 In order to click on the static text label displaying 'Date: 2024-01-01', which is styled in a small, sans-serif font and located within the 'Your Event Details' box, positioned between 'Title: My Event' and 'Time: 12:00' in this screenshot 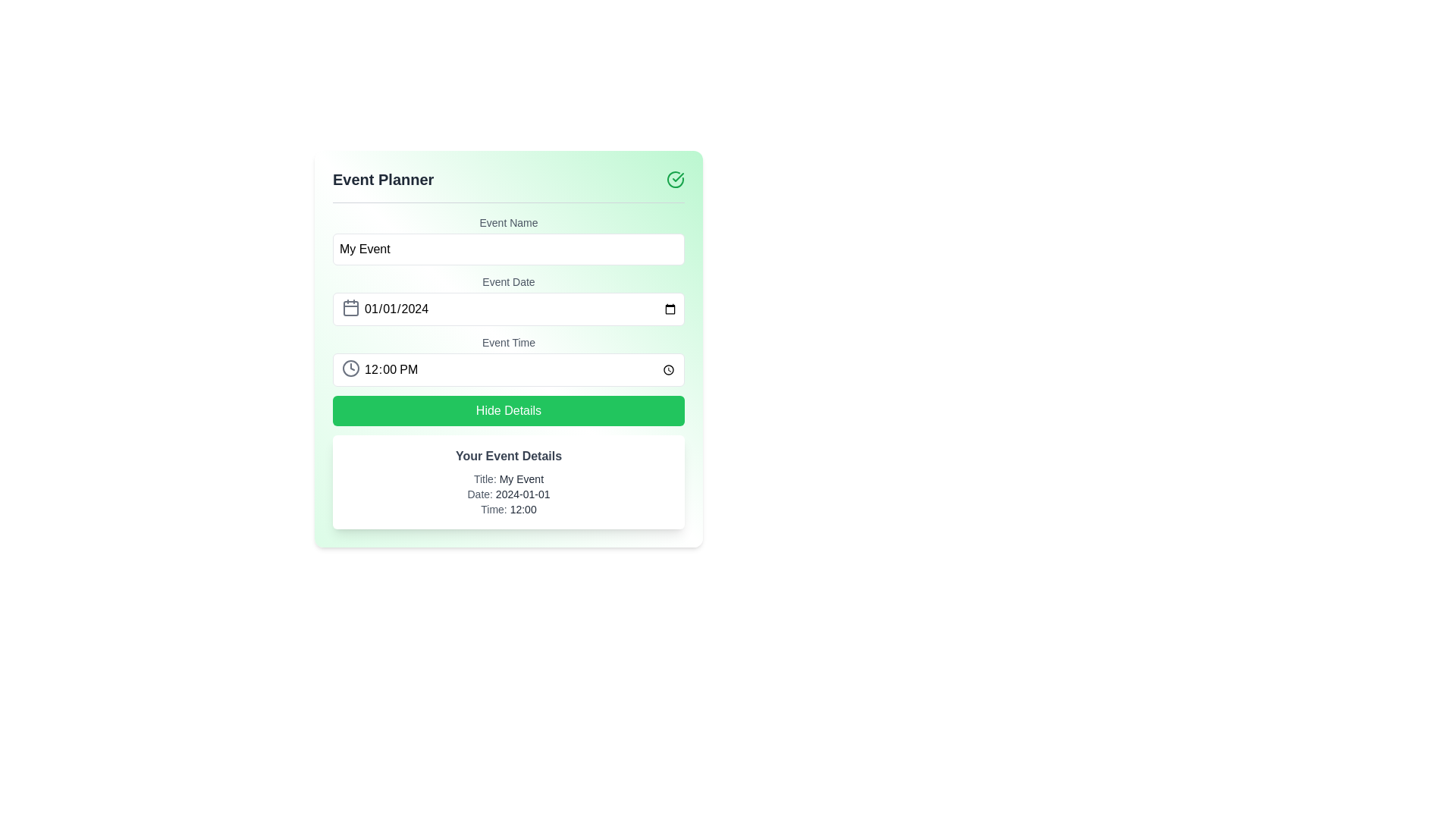, I will do `click(509, 494)`.